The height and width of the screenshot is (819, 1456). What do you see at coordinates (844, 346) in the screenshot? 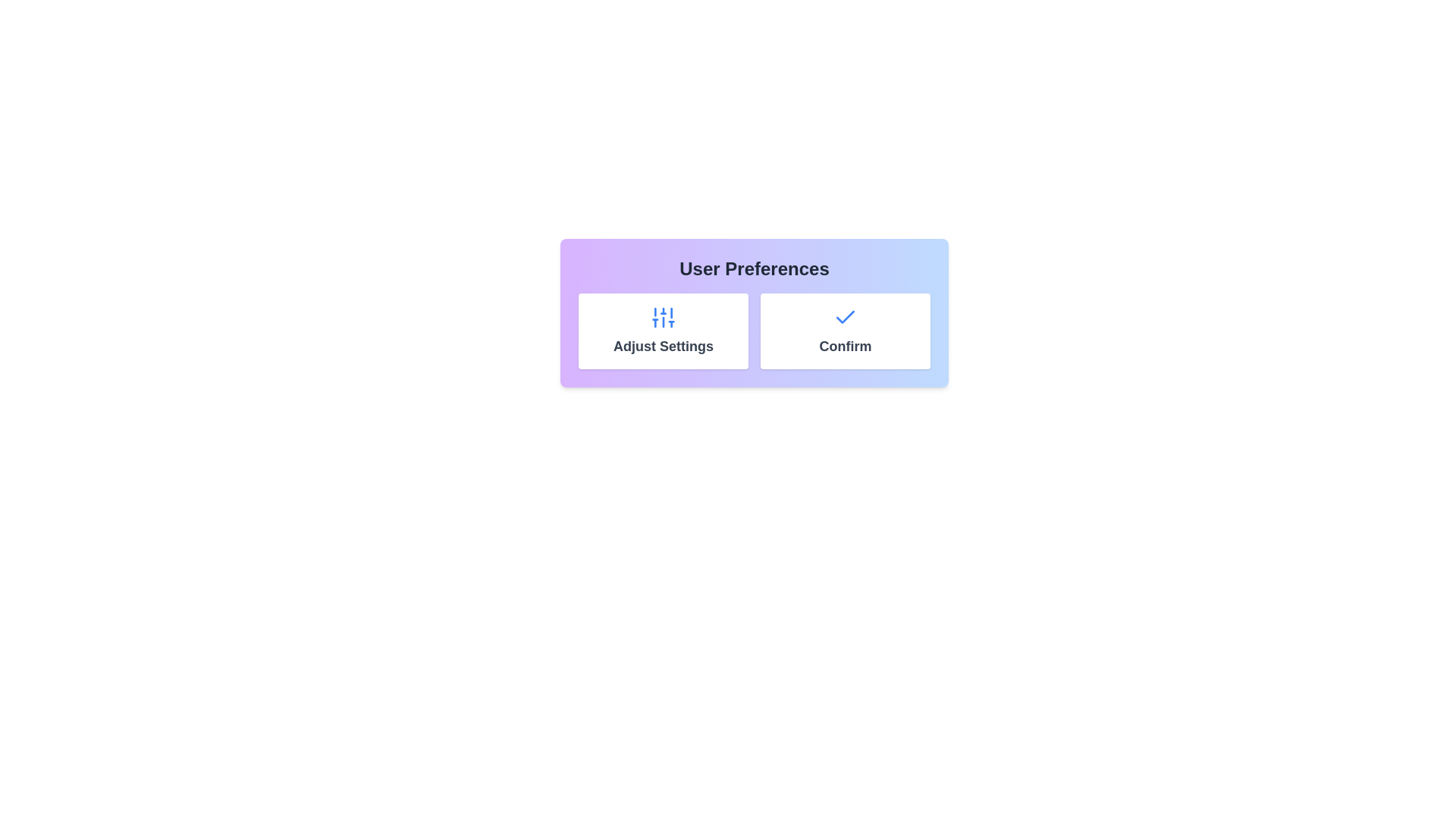
I see `the confirmation text label located at the bottom center of a rectangular card with a white background and shadows` at bounding box center [844, 346].